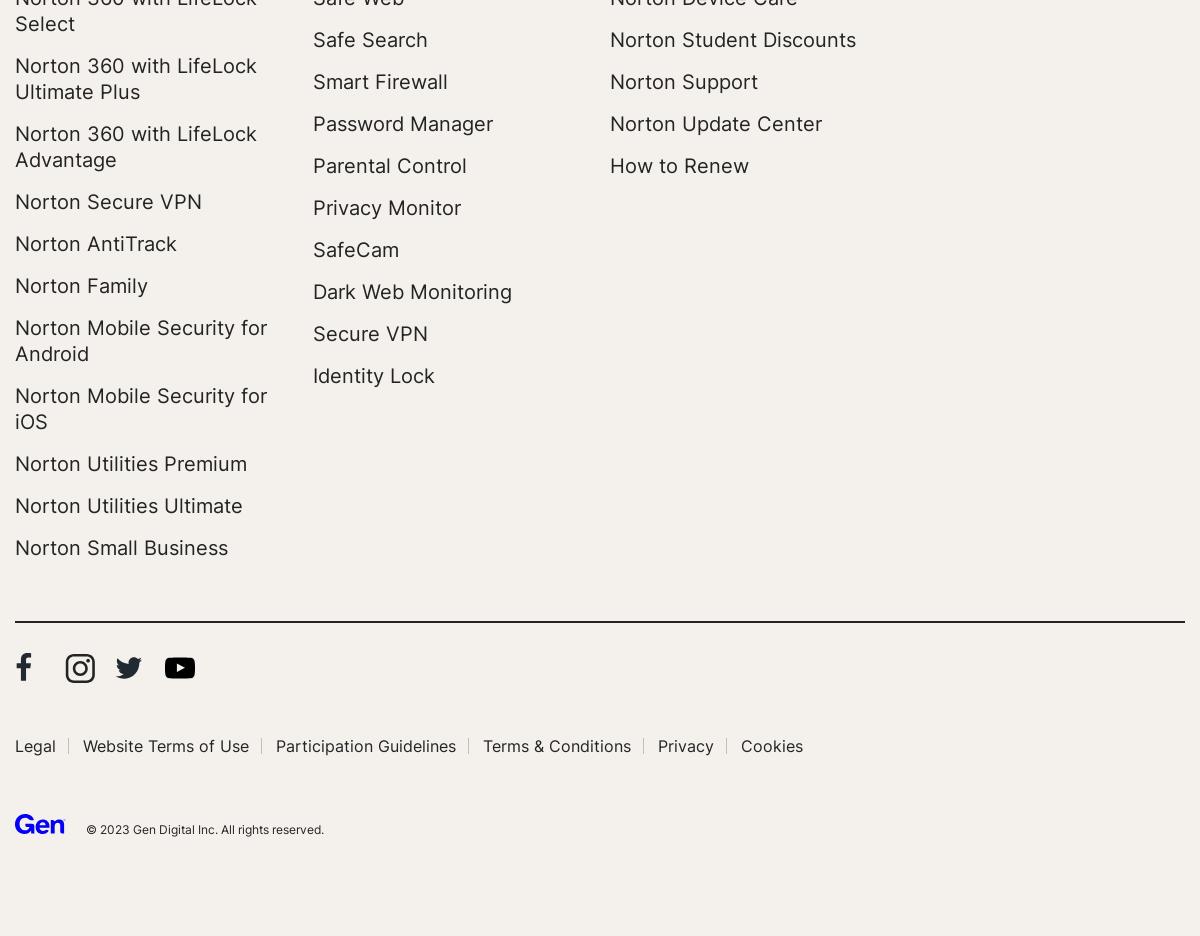  I want to click on '© 2023 Gen Digital Inc. All rights reserved.', so click(203, 829).